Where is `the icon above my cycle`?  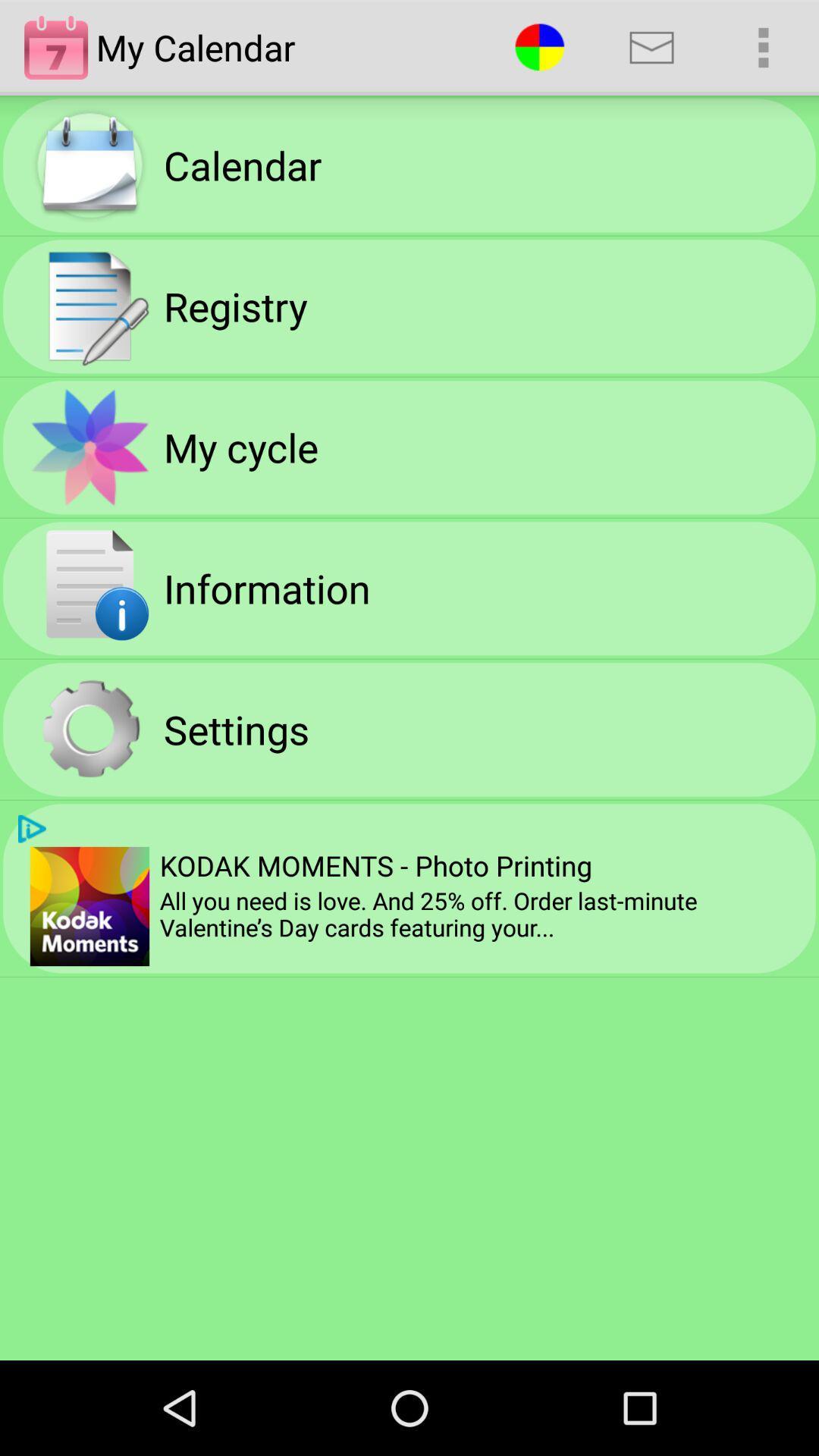 the icon above my cycle is located at coordinates (235, 305).